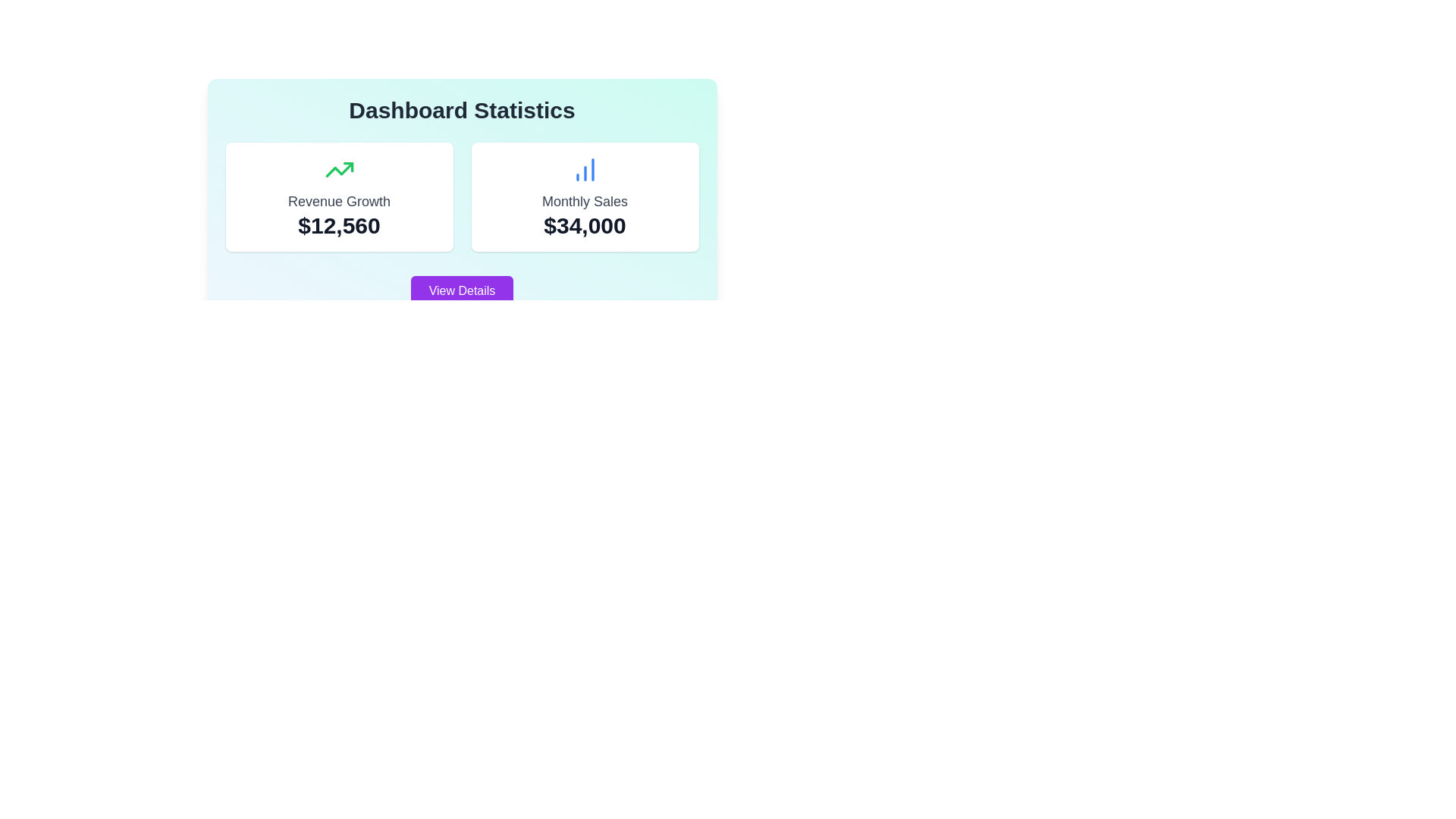 This screenshot has width=1456, height=819. What do you see at coordinates (338, 201) in the screenshot?
I see `label text positioned centrally in the left card, above the '$12,560' text and below the upward arrow icon` at bounding box center [338, 201].